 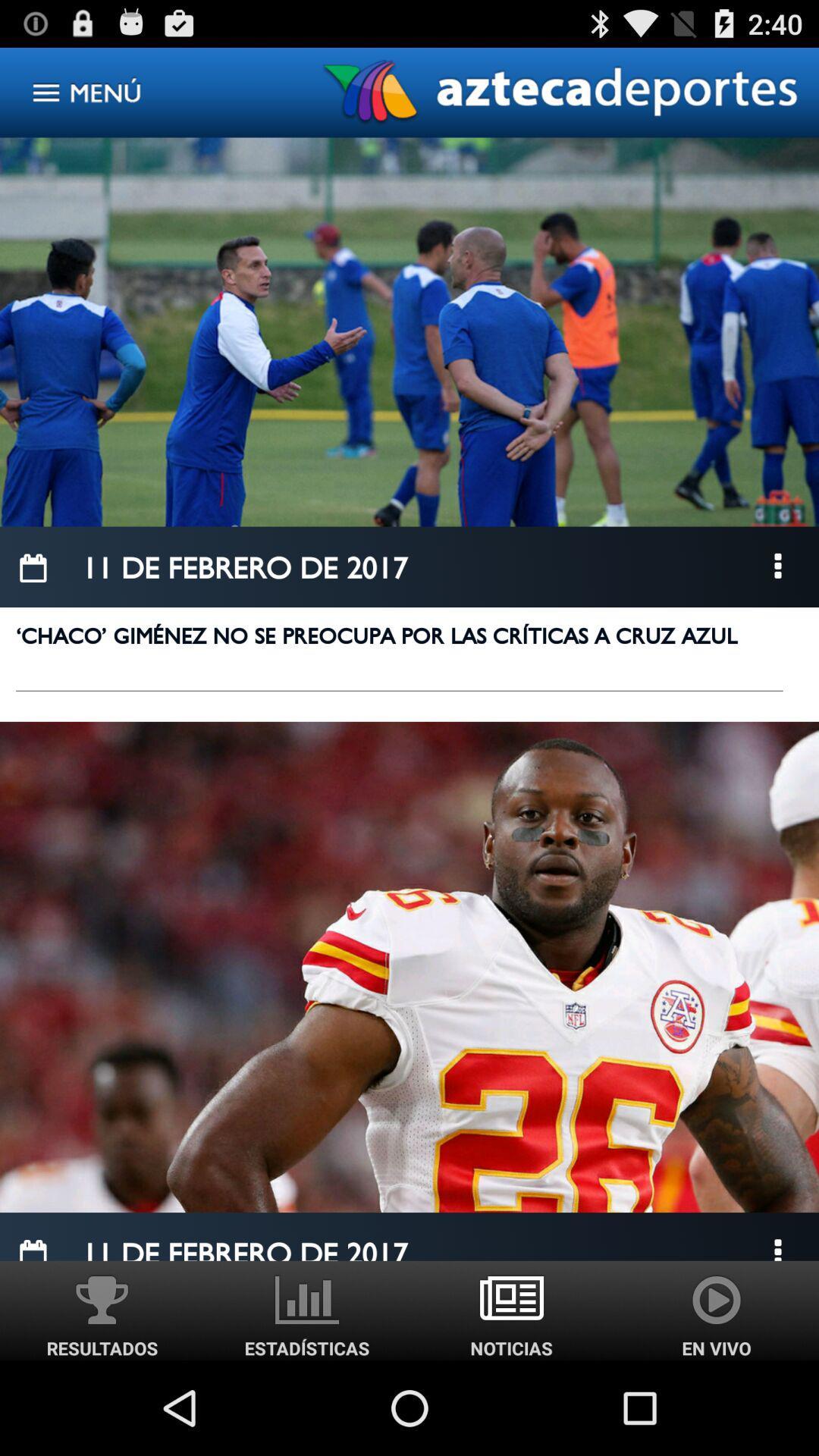 What do you see at coordinates (307, 1310) in the screenshot?
I see `the right side icon adjacent to resultados` at bounding box center [307, 1310].